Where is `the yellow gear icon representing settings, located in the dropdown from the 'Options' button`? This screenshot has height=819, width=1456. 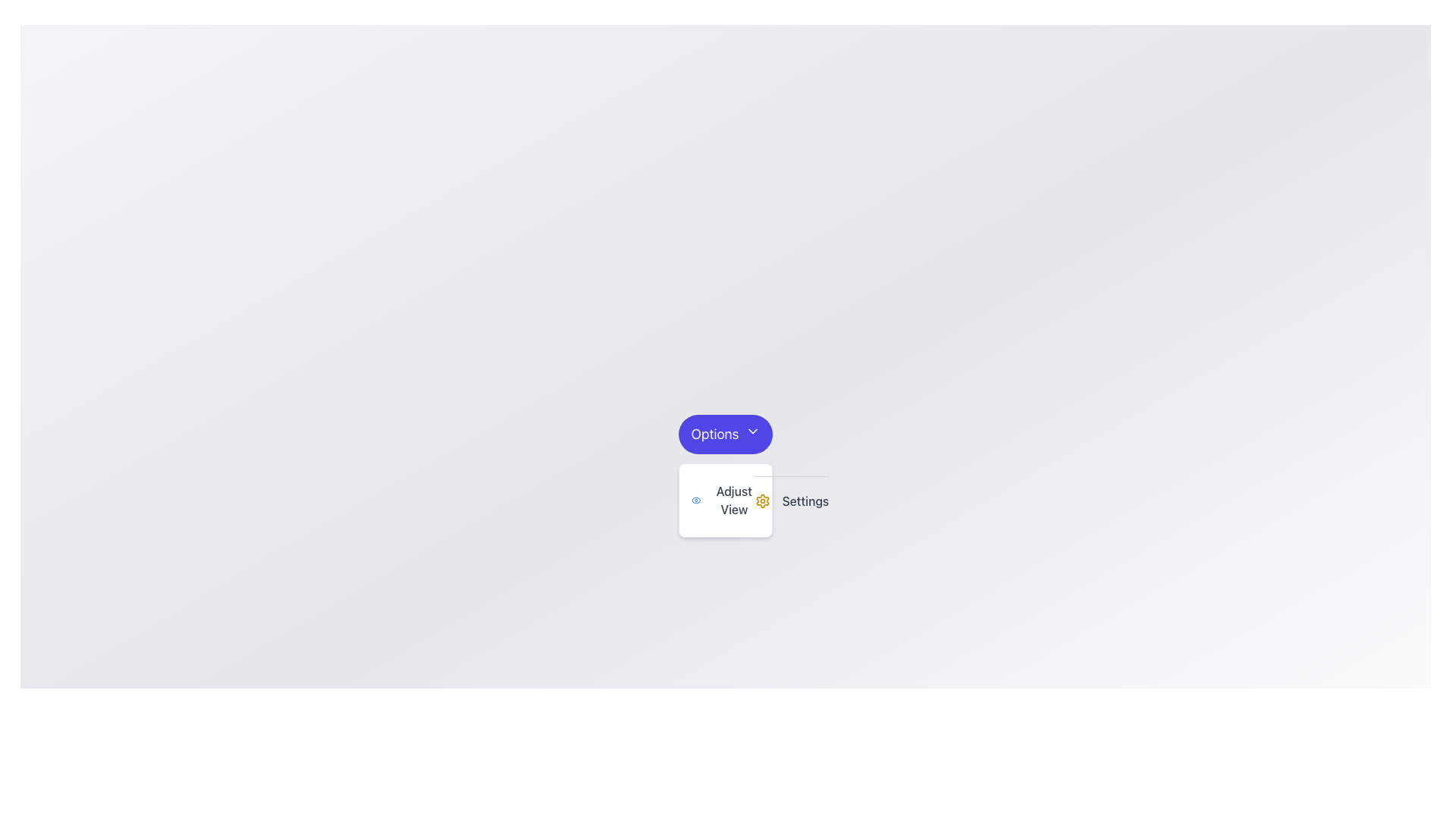 the yellow gear icon representing settings, located in the dropdown from the 'Options' button is located at coordinates (762, 500).